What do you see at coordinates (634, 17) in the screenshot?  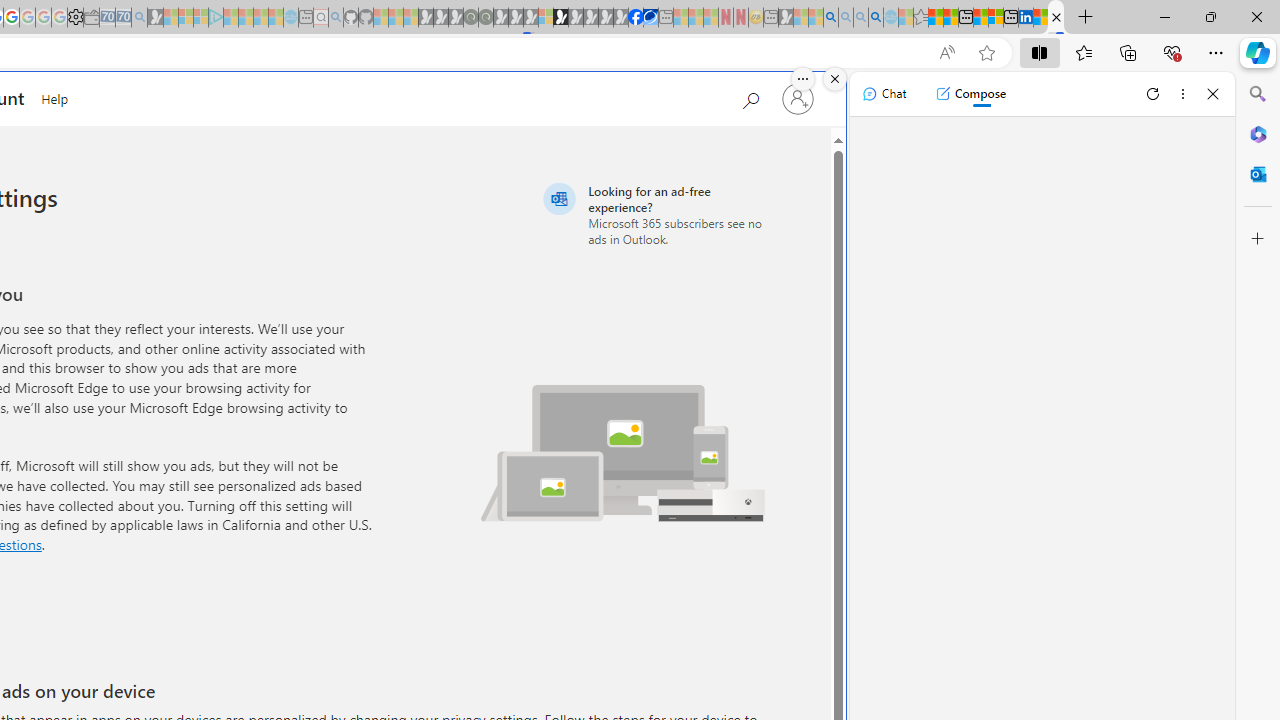 I see `'Nordace | Facebook'` at bounding box center [634, 17].